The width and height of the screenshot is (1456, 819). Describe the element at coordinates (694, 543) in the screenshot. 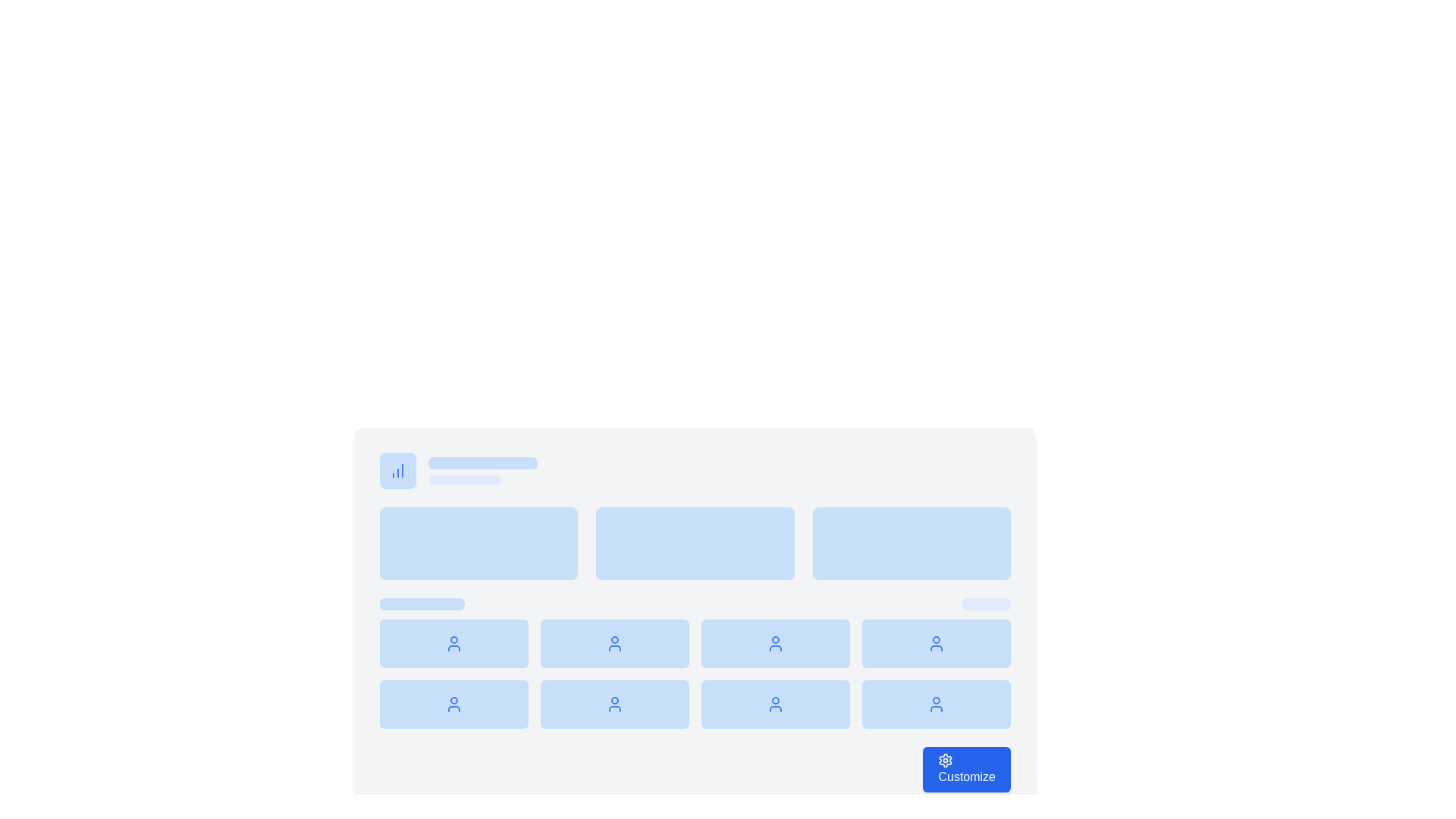

I see `the Grid Item located in the middle position of a grid layout, which is styled to represent content under construction, positioned below graphical elements and above blue rectangular buttons` at that location.